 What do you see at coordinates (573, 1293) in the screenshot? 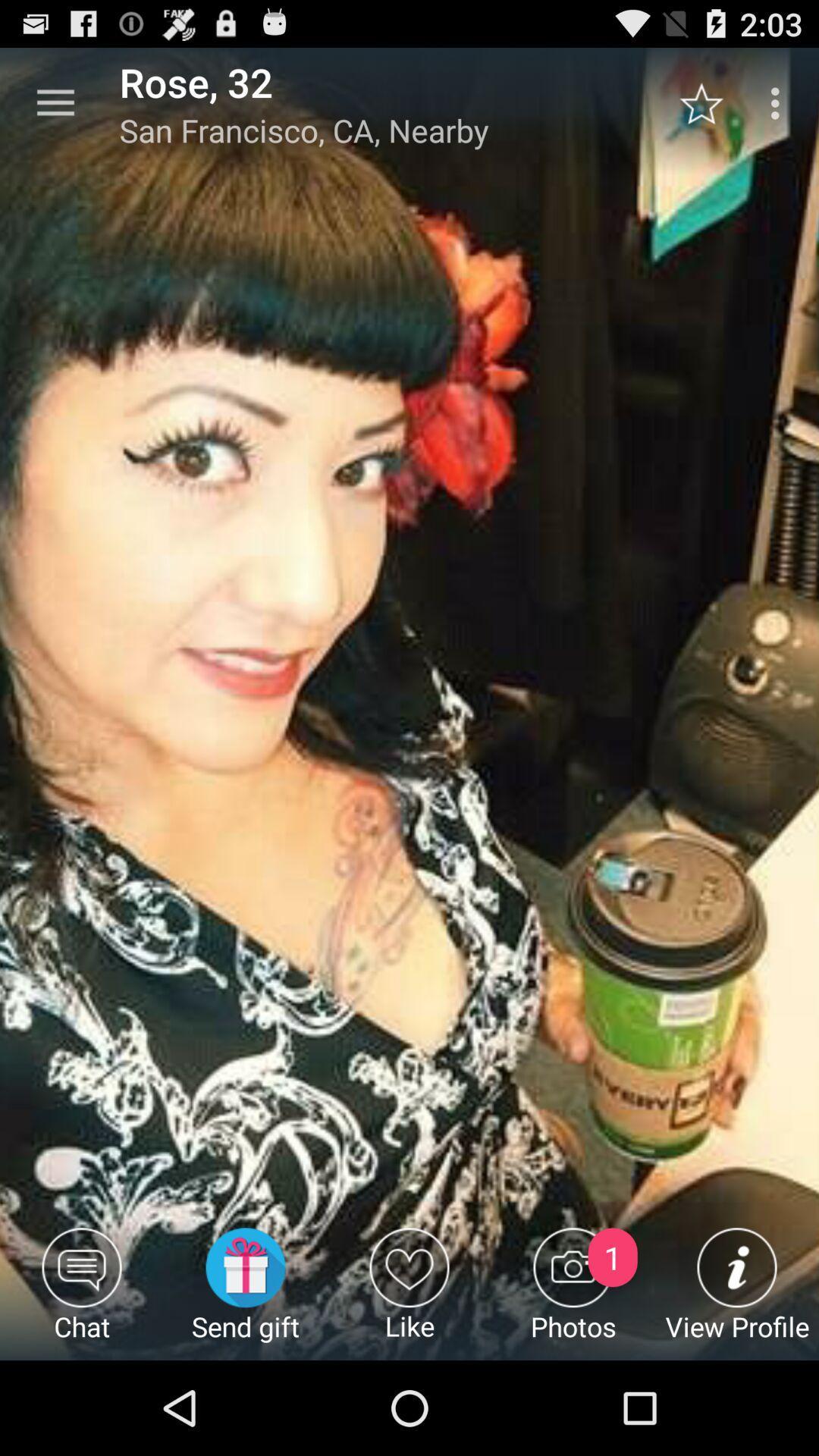
I see `icon next to view profile item` at bounding box center [573, 1293].